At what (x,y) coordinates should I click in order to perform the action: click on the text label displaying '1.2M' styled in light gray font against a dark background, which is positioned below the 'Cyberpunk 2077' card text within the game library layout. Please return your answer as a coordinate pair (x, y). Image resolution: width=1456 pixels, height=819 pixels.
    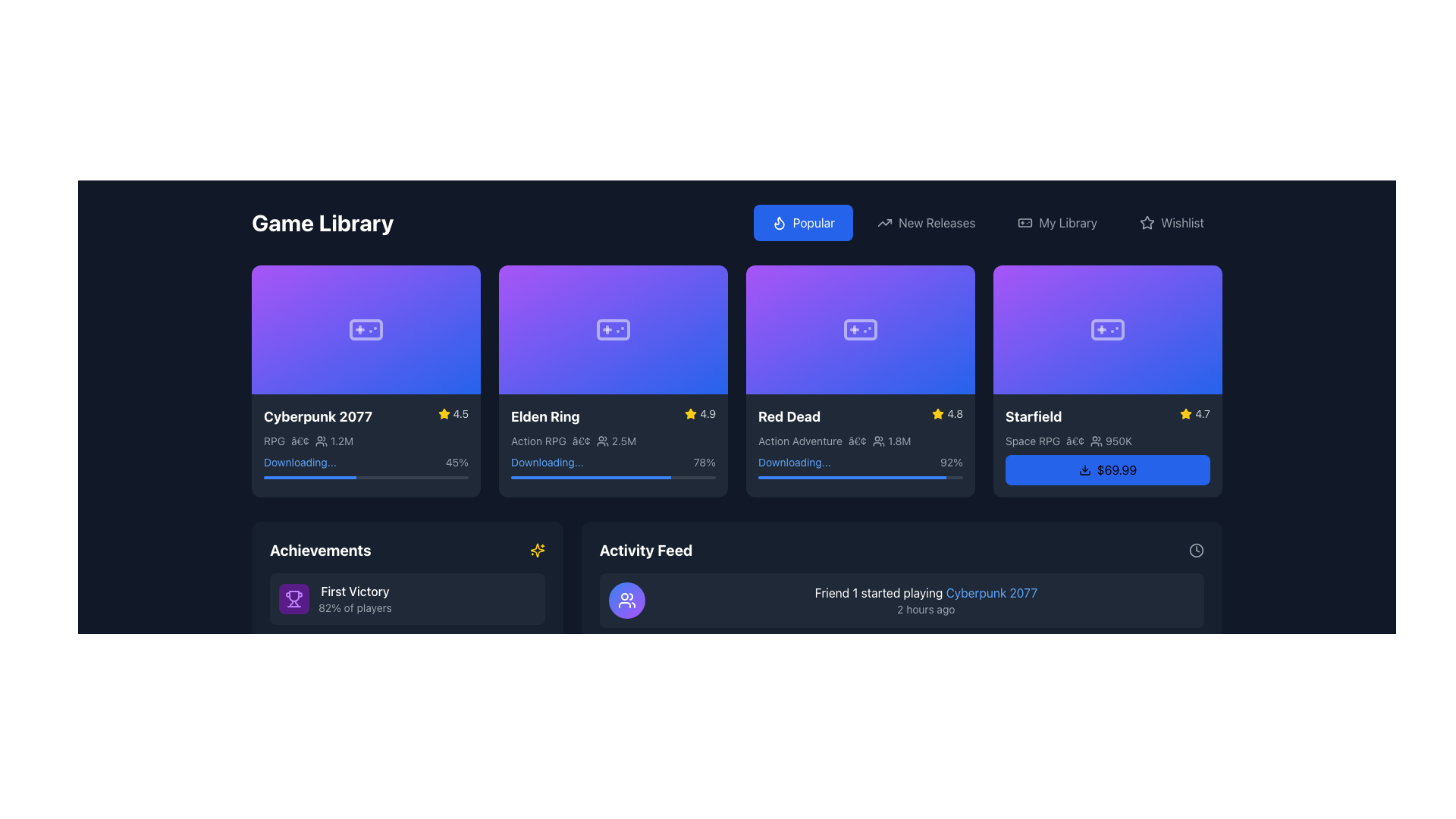
    Looking at the image, I should click on (341, 441).